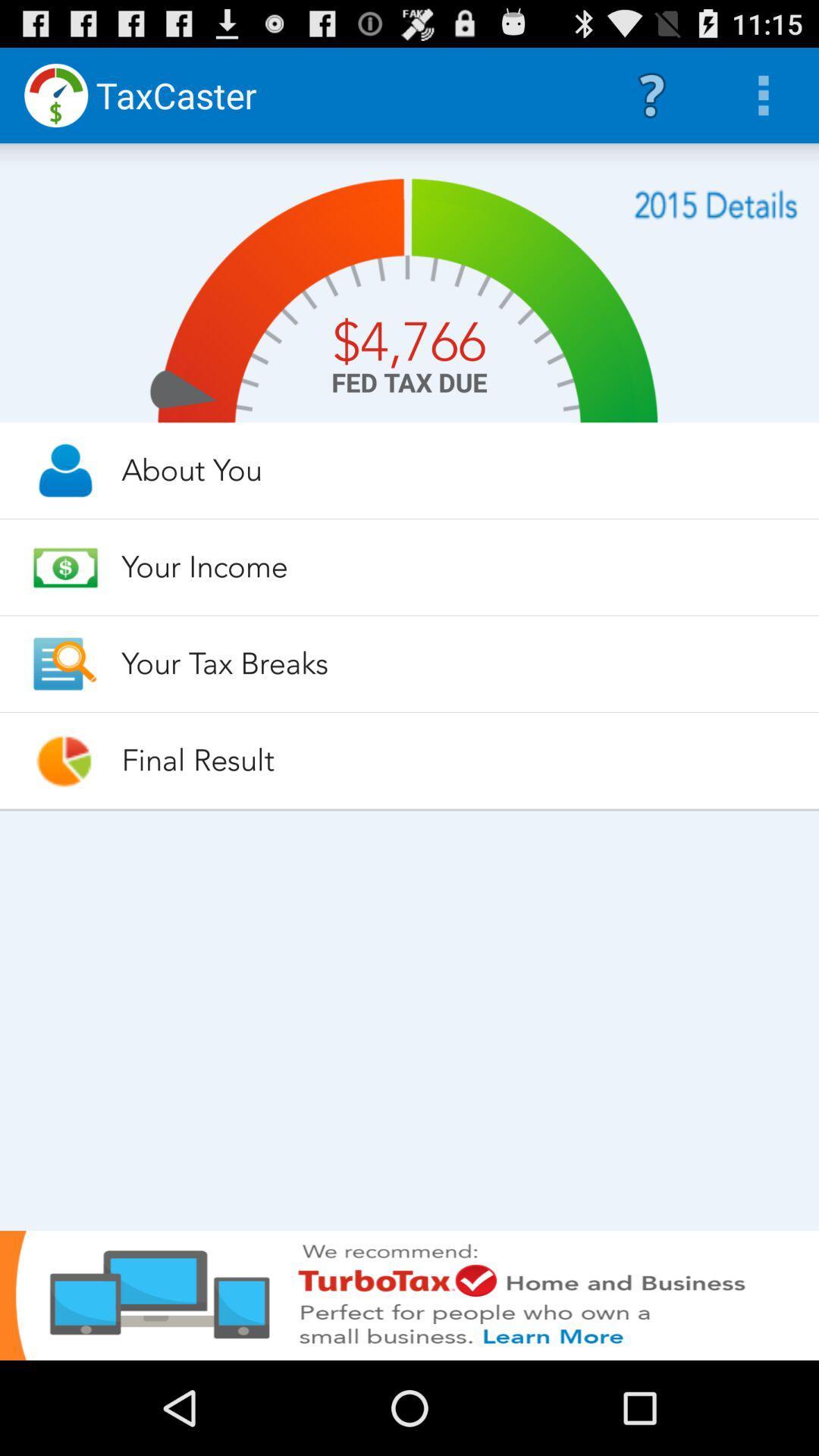 The height and width of the screenshot is (1456, 819). What do you see at coordinates (456, 469) in the screenshot?
I see `about you` at bounding box center [456, 469].